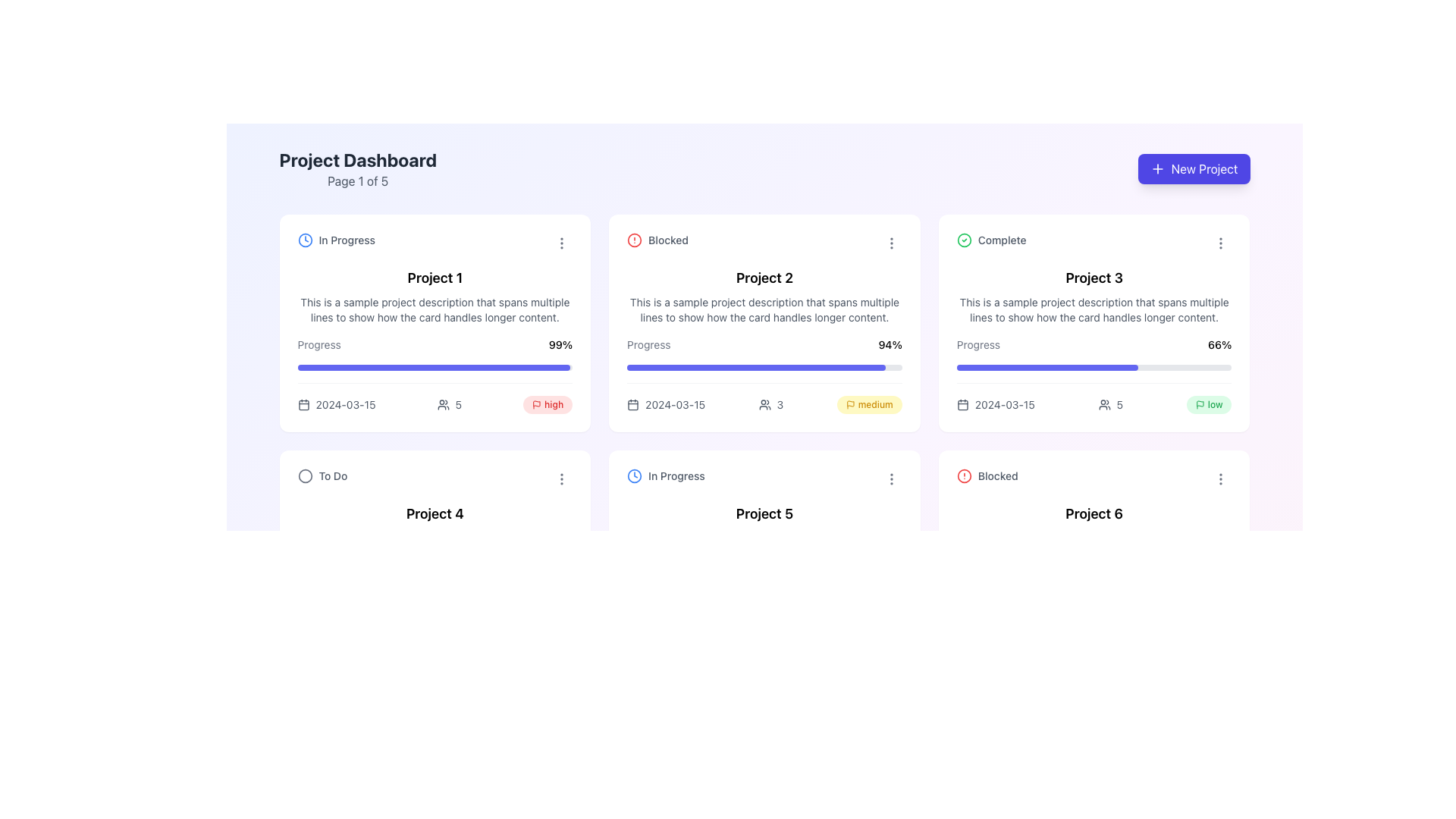 The height and width of the screenshot is (819, 1456). Describe the element at coordinates (648, 345) in the screenshot. I see `label text that describes the purpose of the adjacent progress bar in the 'Blocked' section of the 'Project 2' card, located at the bottom left corner, just above a horizontal progress bar` at that location.